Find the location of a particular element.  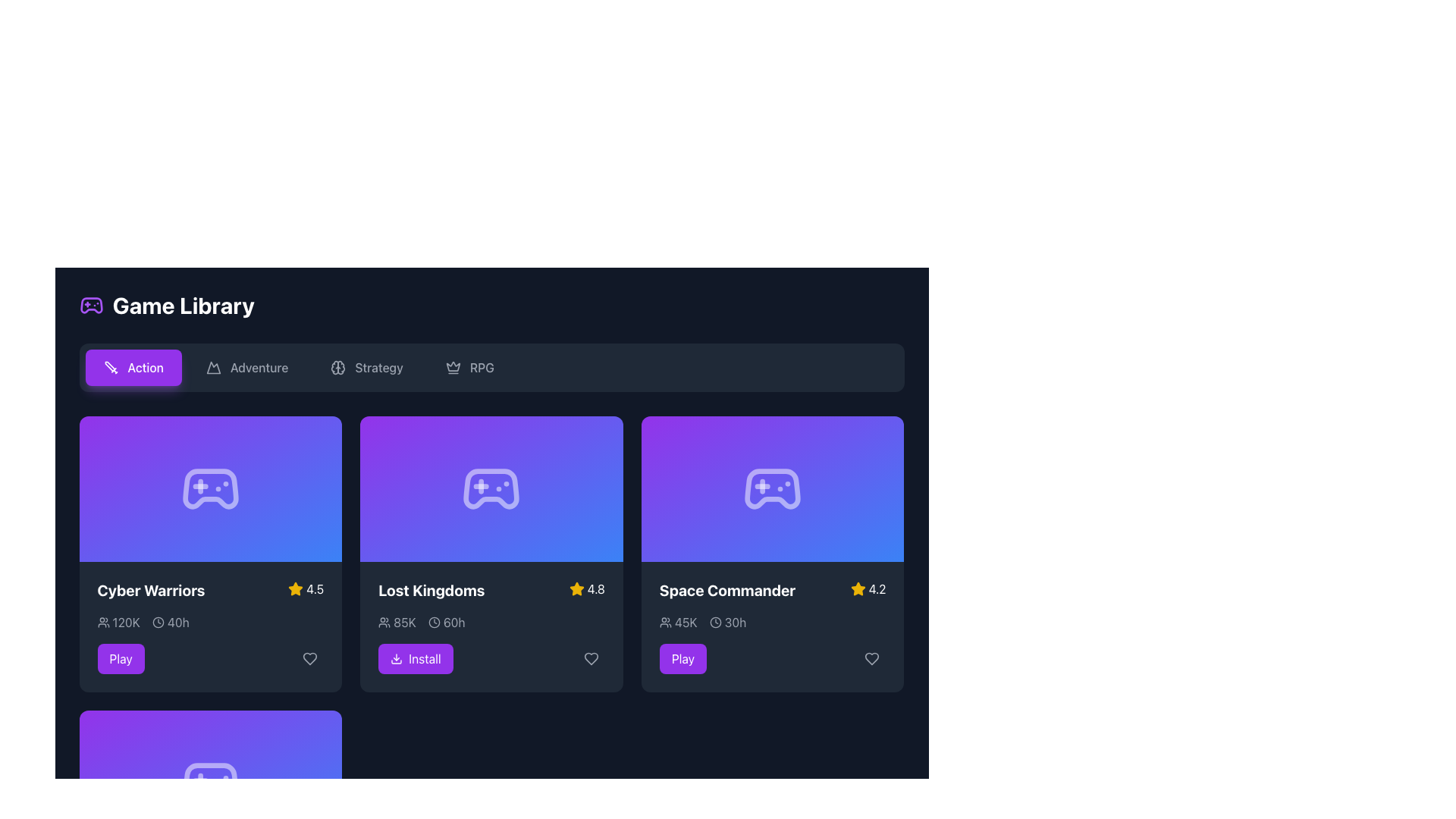

static text element displaying '40h' located below the title 'Cyber Warriors' in the game library interface, next to a clock icon is located at coordinates (171, 623).